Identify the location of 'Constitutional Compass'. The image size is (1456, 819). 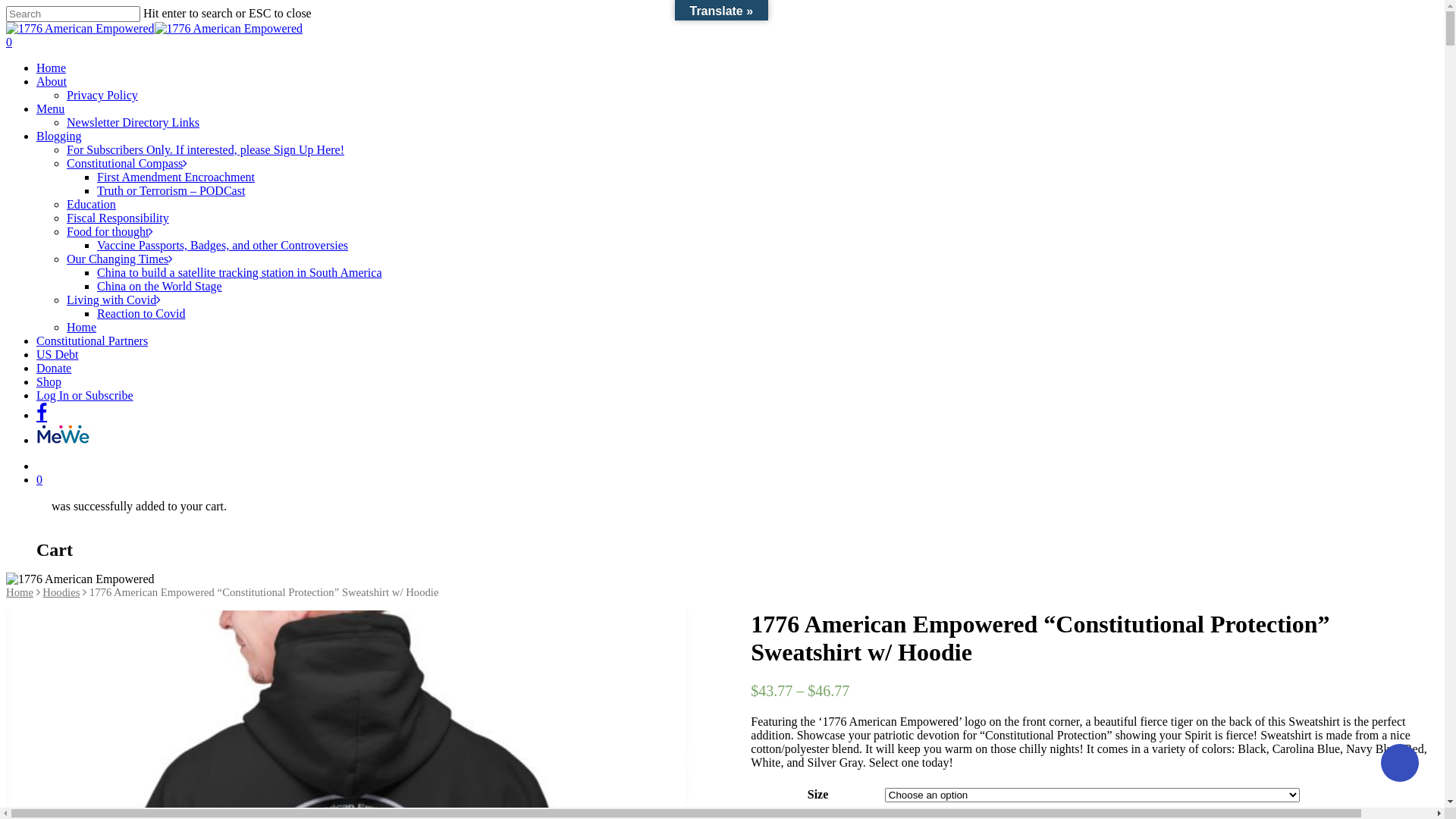
(127, 163).